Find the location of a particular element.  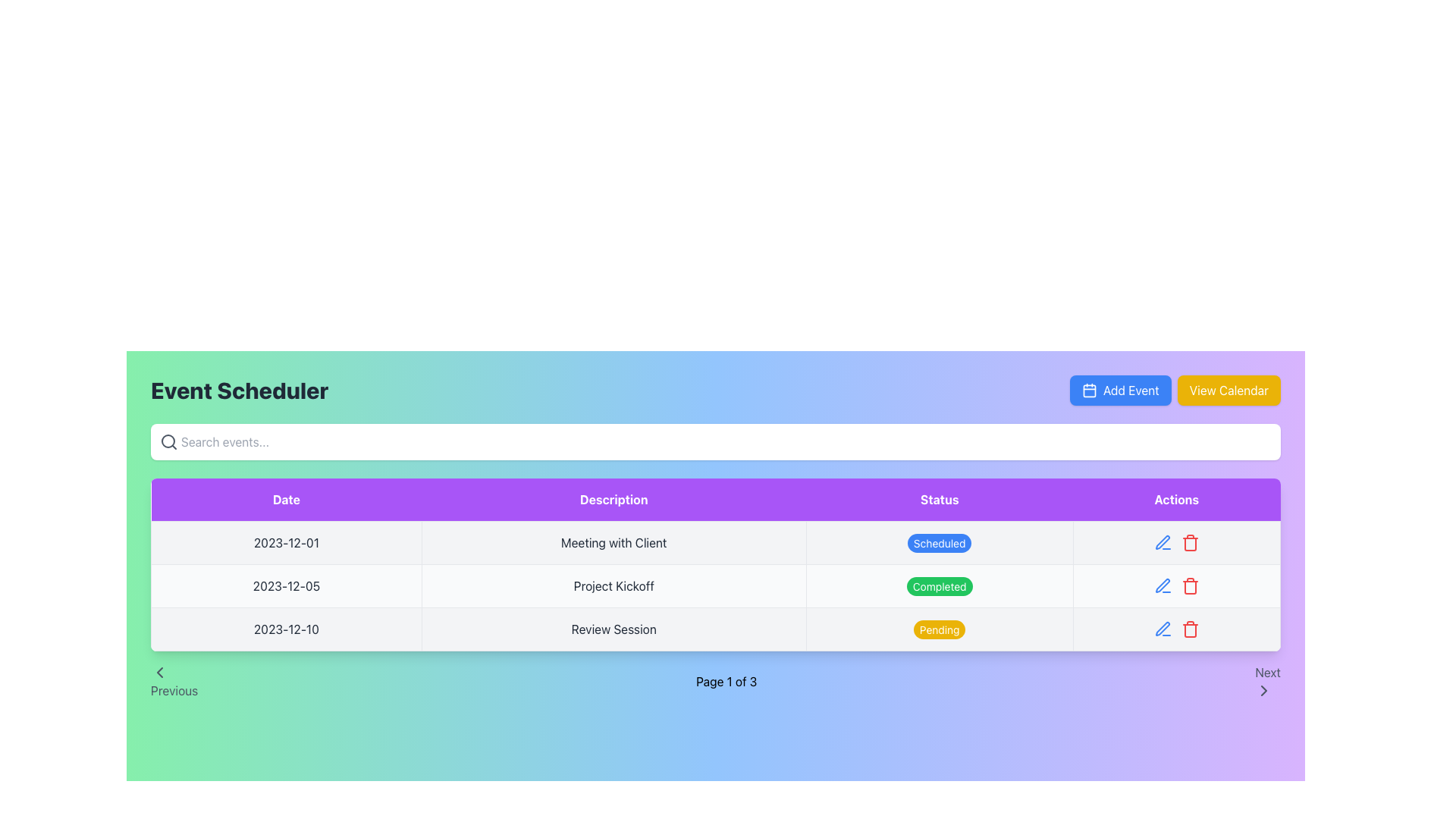

the small arrow-shaped icon that is part of the 'Next' pagination button located at the bottom-right corner of the table interface is located at coordinates (1264, 690).